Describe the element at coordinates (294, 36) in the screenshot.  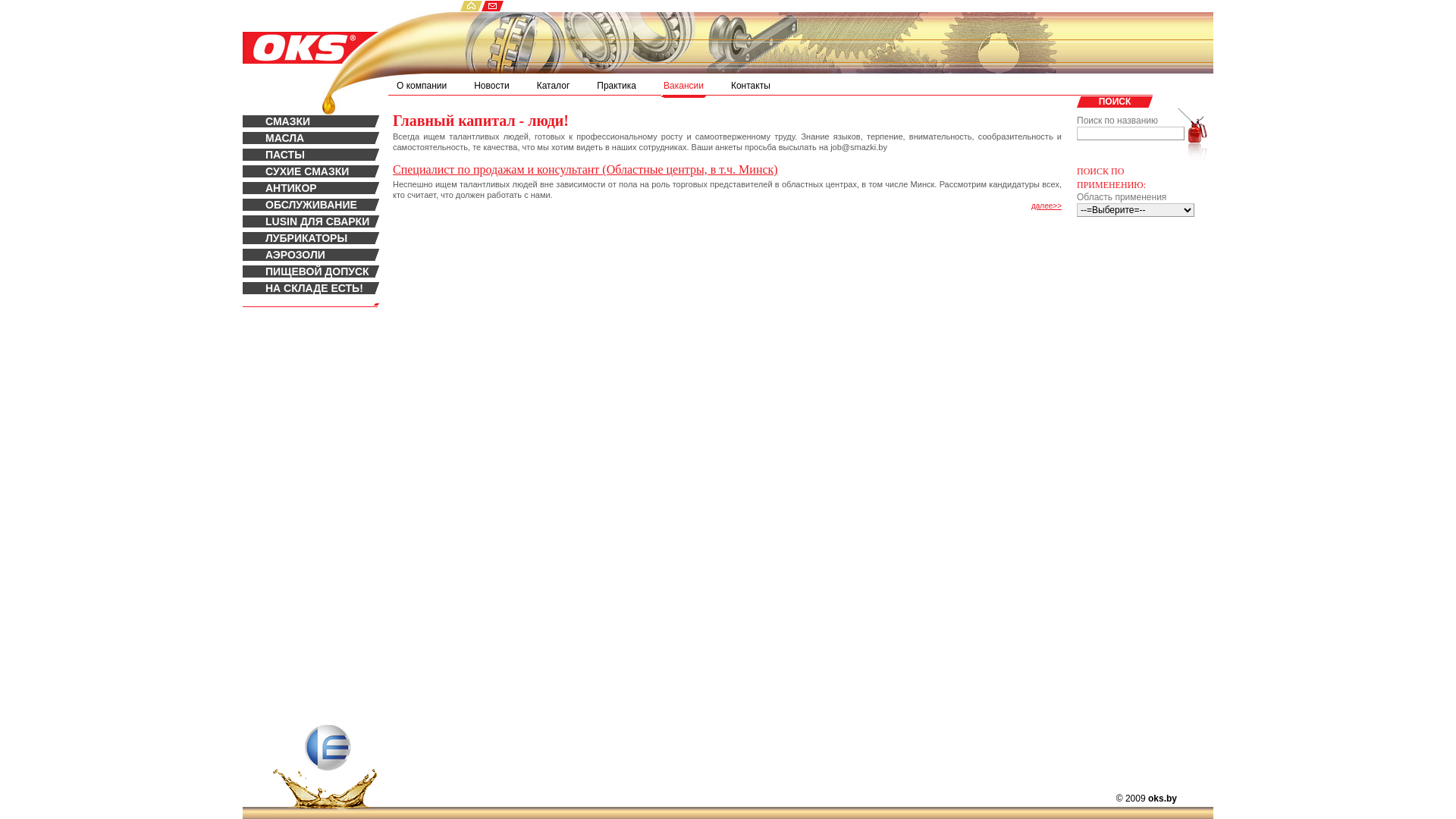
I see `'OKS'` at that location.